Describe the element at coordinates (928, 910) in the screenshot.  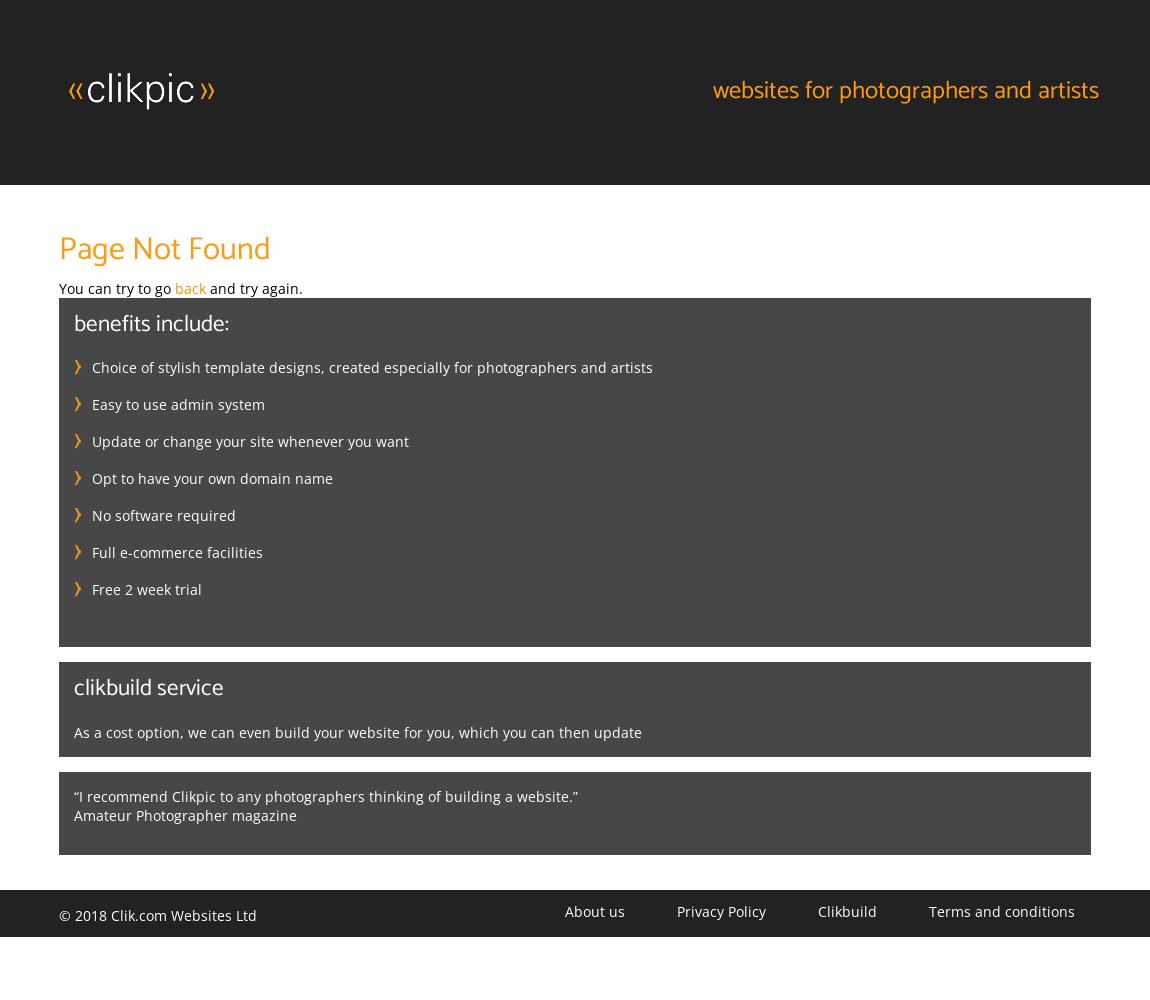
I see `'Terms and conditions'` at that location.